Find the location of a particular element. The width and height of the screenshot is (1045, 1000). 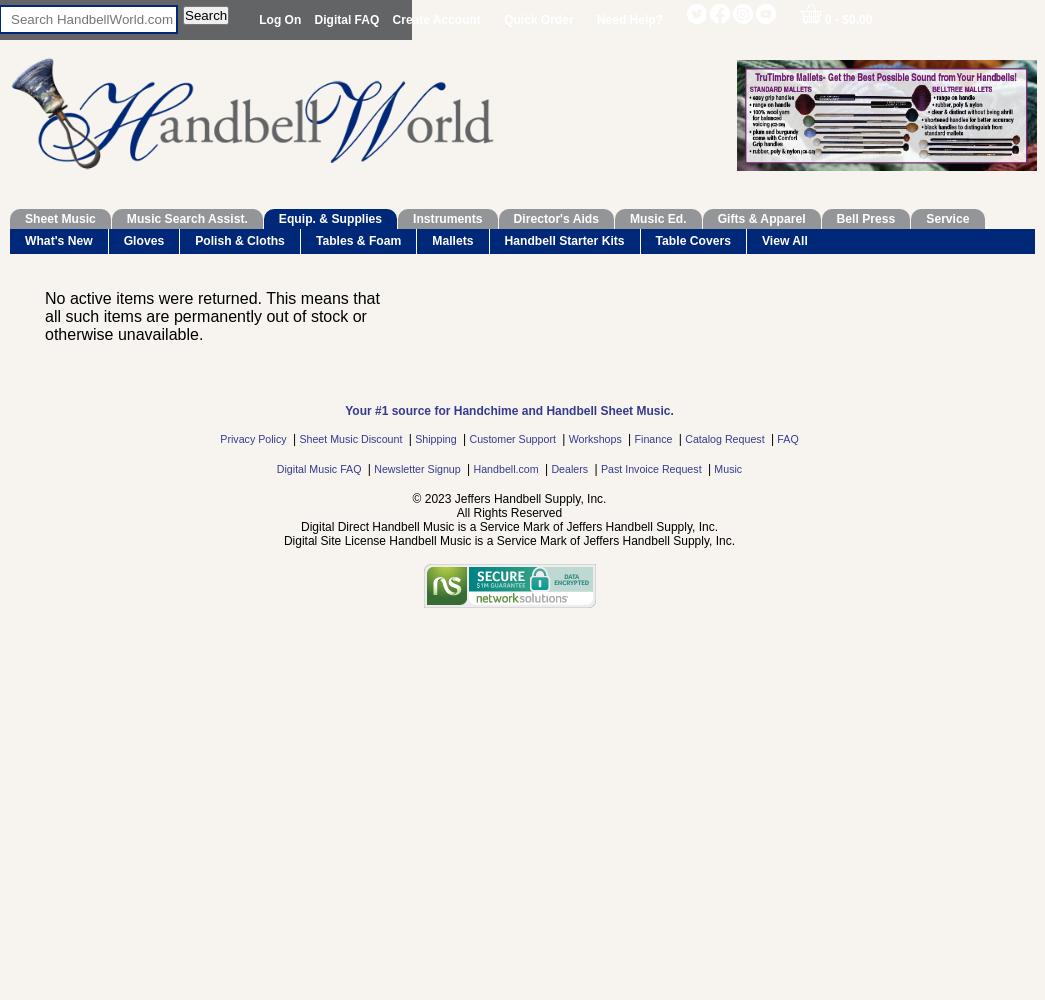

'Finance' is located at coordinates (654, 438).